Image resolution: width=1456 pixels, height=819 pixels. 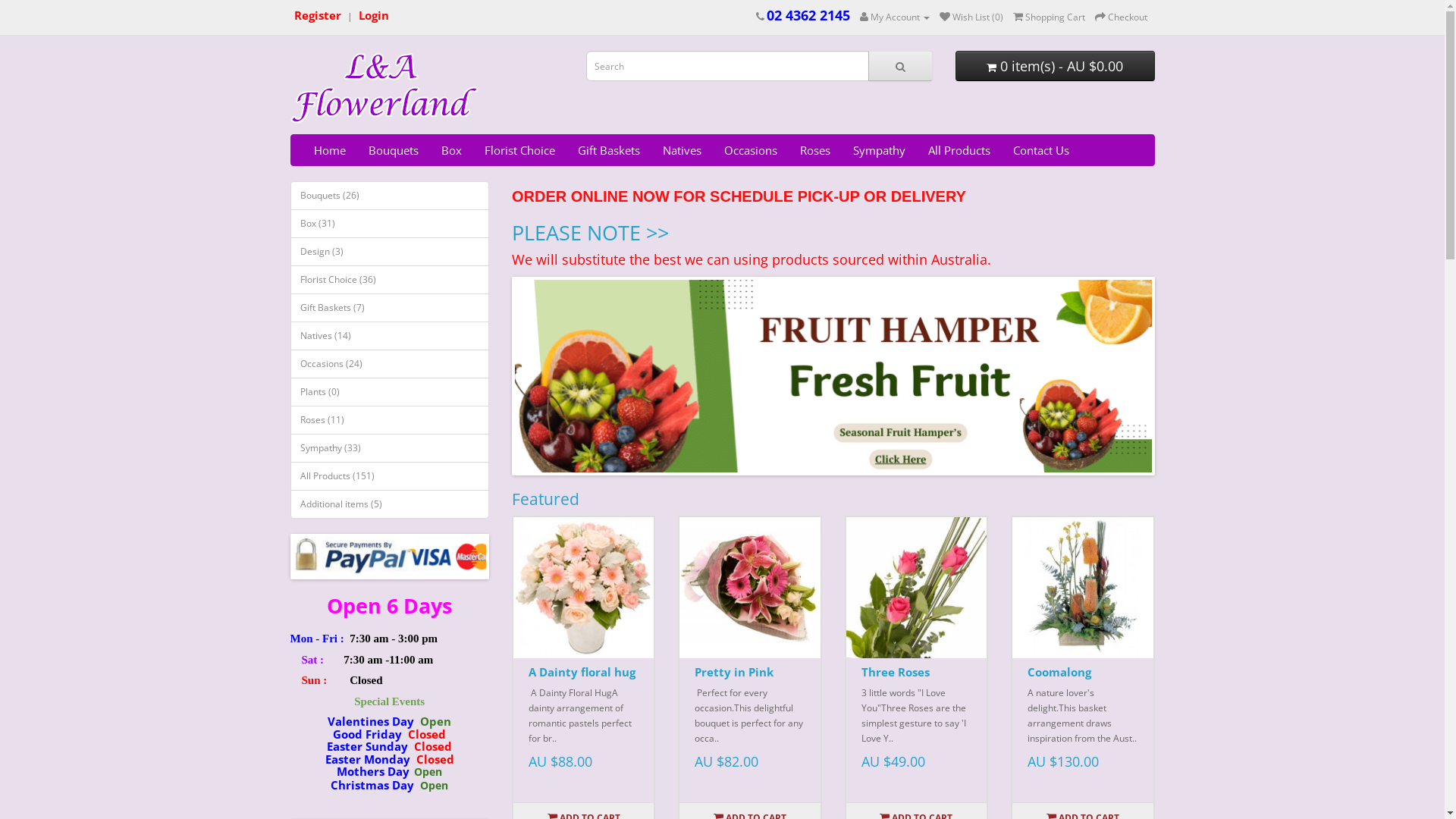 What do you see at coordinates (389, 447) in the screenshot?
I see `'Sympathy (33)'` at bounding box center [389, 447].